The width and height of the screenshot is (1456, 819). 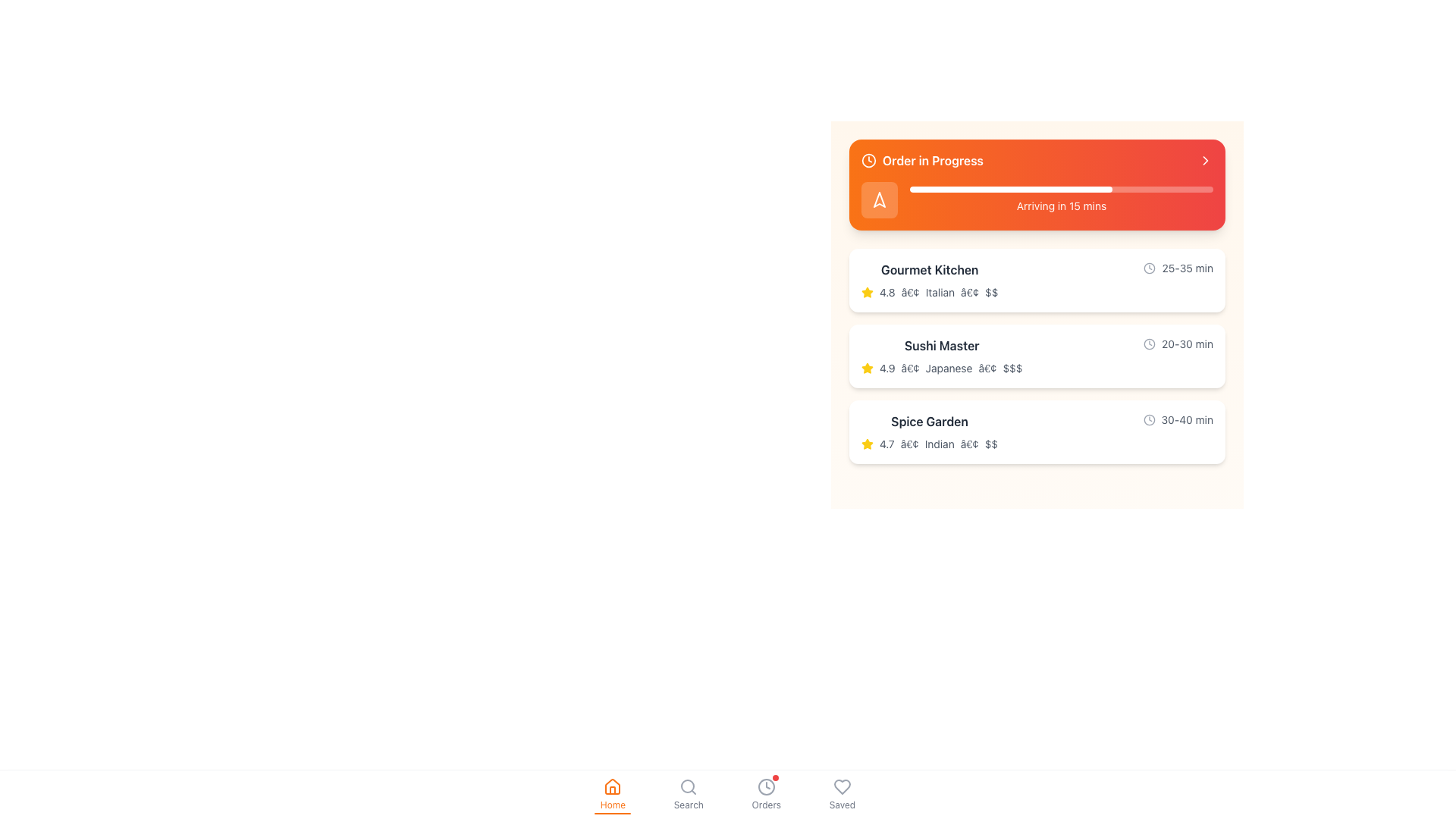 I want to click on the star icon representing a high rating for 'Sushi Master', so click(x=867, y=369).